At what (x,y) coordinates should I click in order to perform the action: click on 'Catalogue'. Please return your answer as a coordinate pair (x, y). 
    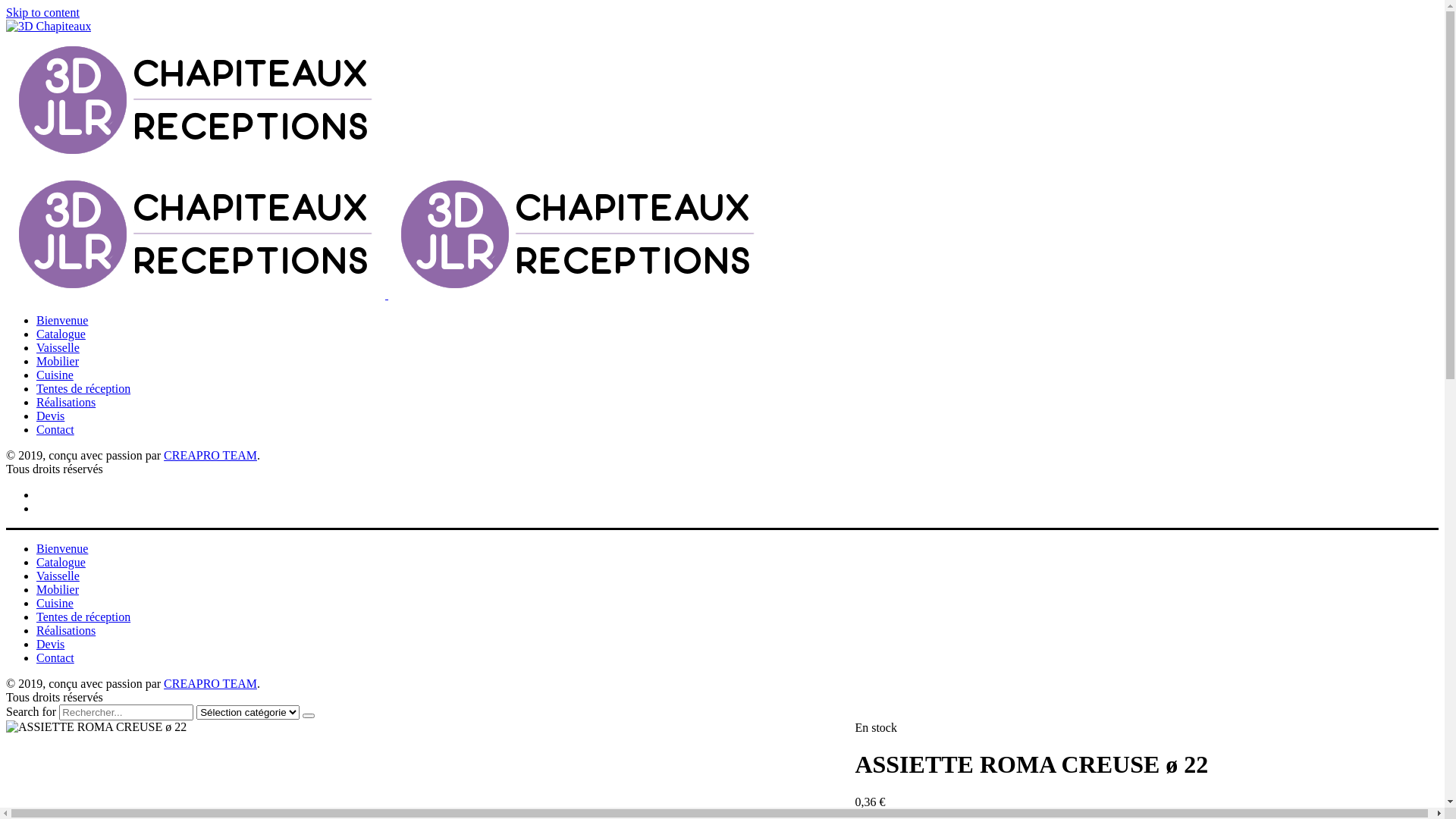
    Looking at the image, I should click on (61, 333).